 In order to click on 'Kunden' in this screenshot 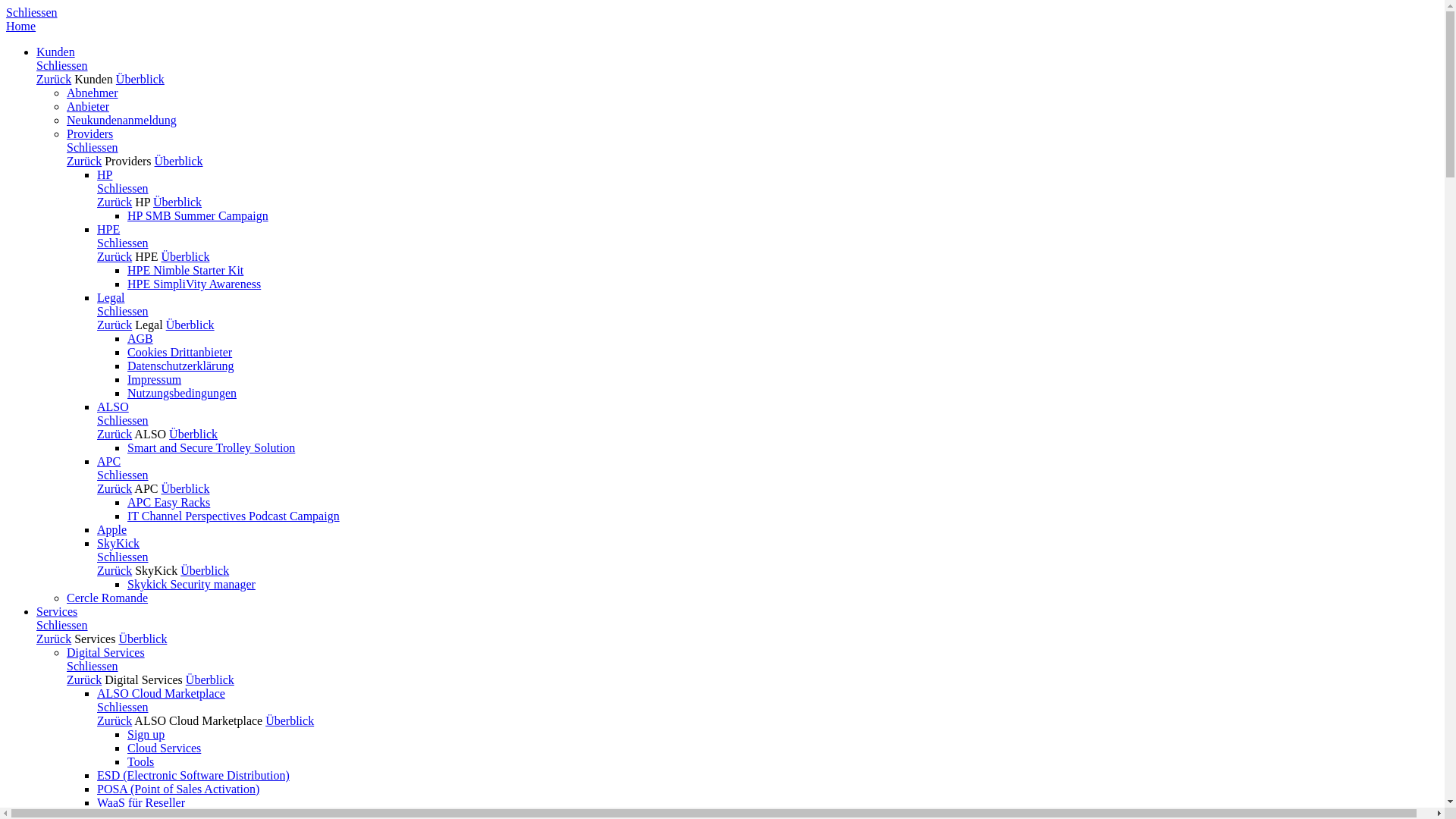, I will do `click(93, 79)`.